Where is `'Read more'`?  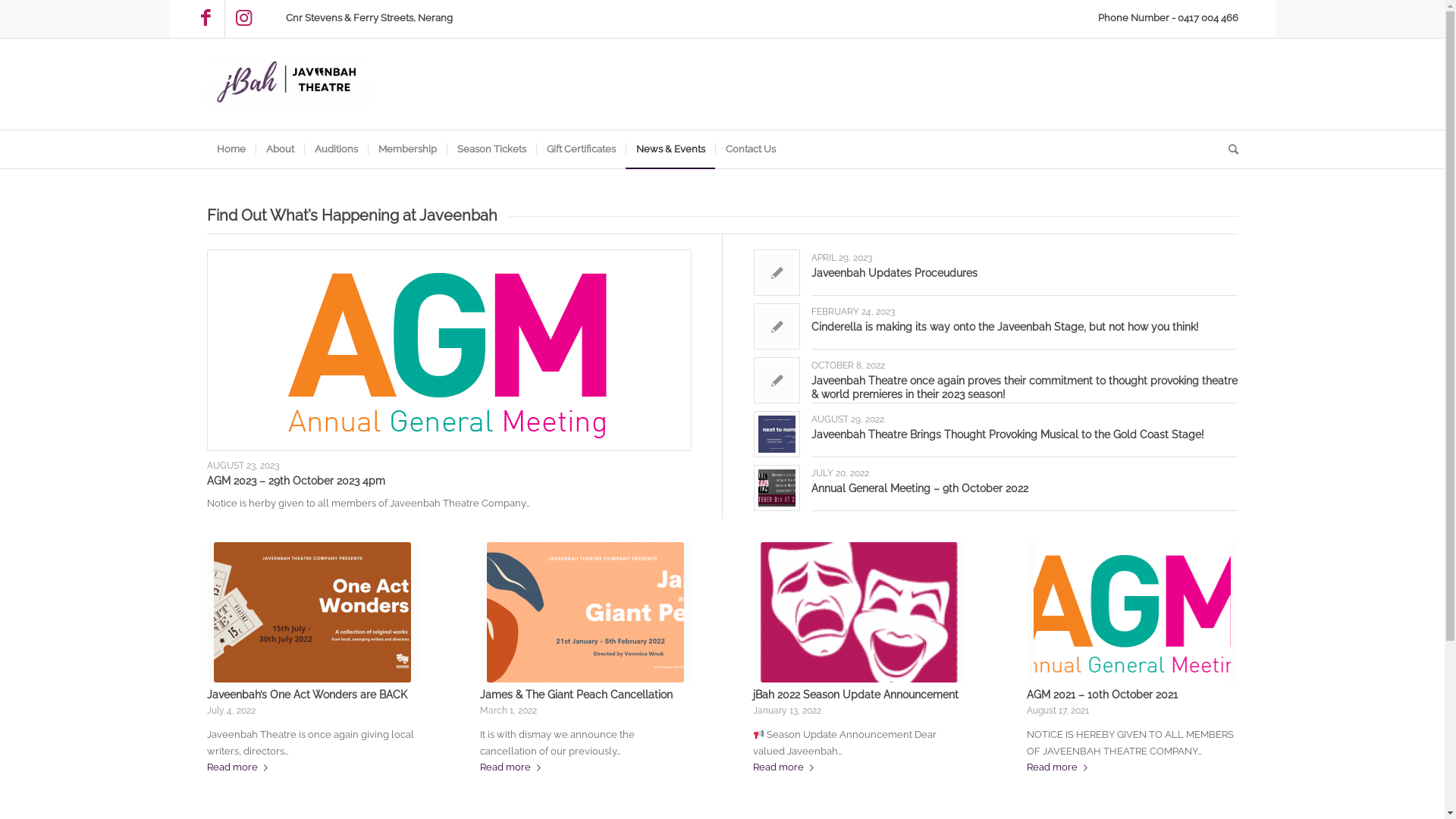
'Read more' is located at coordinates (239, 767).